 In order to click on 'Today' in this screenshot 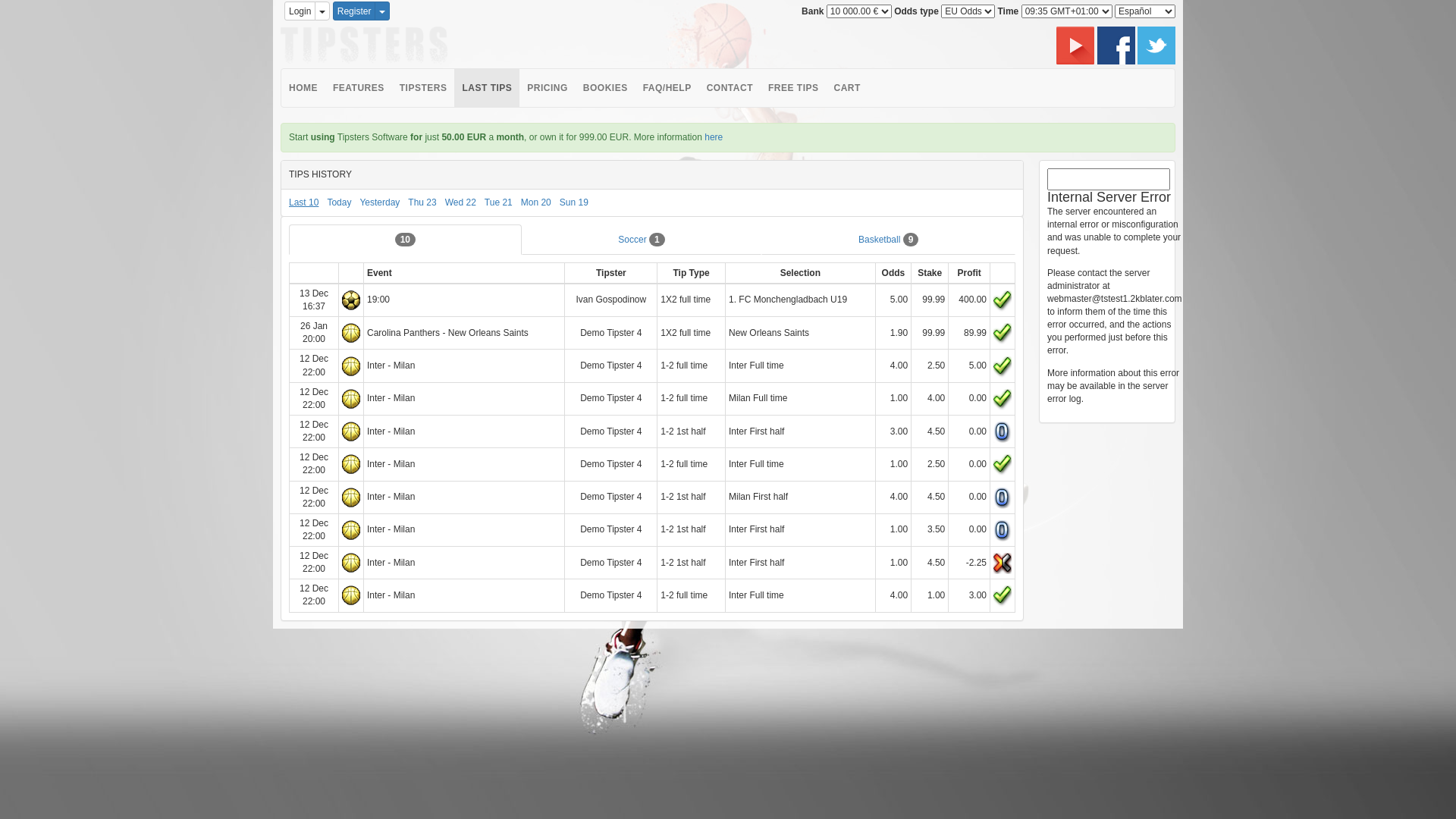, I will do `click(337, 201)`.